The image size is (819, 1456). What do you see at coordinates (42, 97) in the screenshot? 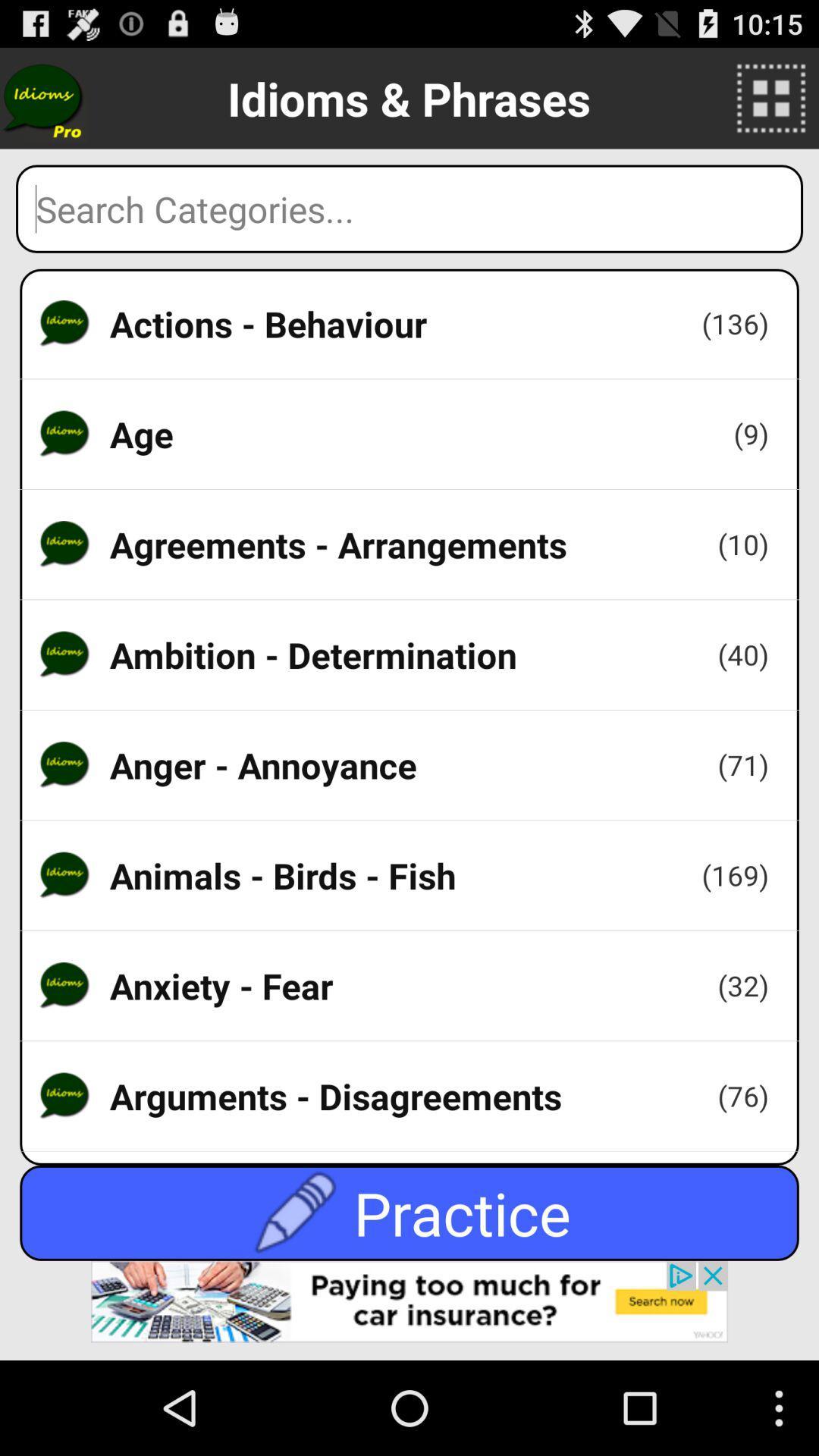
I see `buy pro` at bounding box center [42, 97].